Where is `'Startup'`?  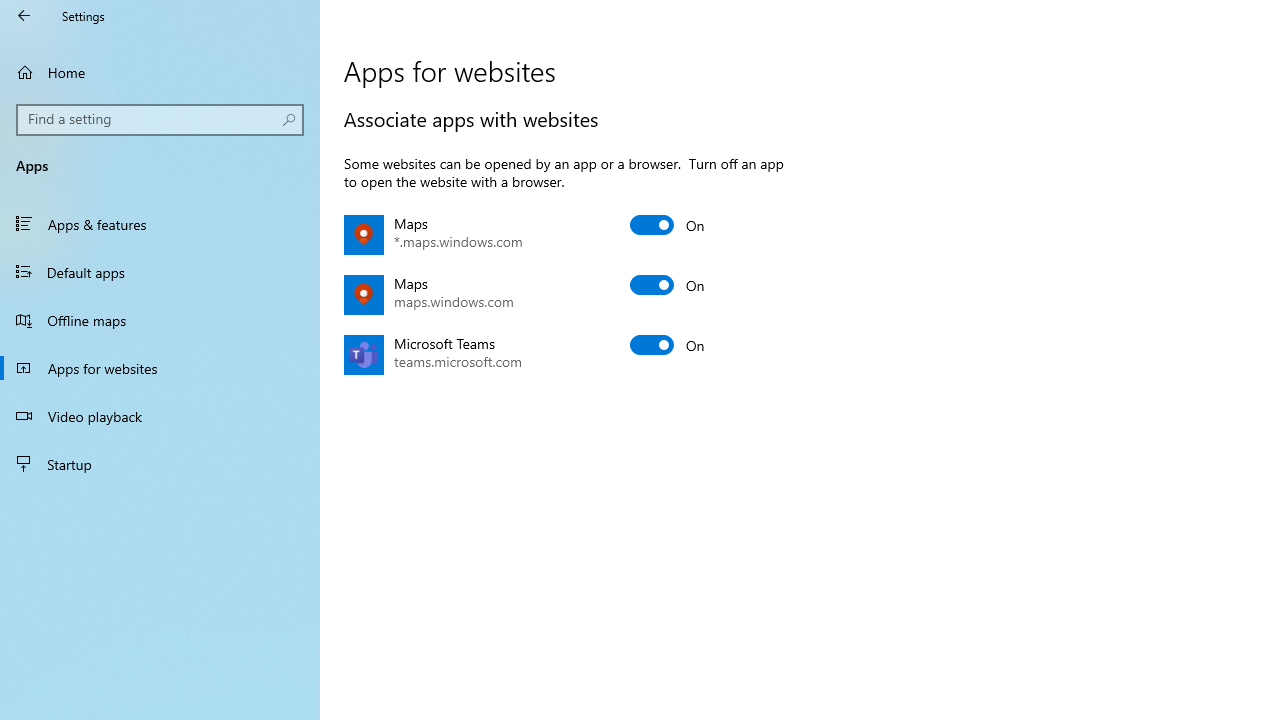
'Startup' is located at coordinates (160, 464).